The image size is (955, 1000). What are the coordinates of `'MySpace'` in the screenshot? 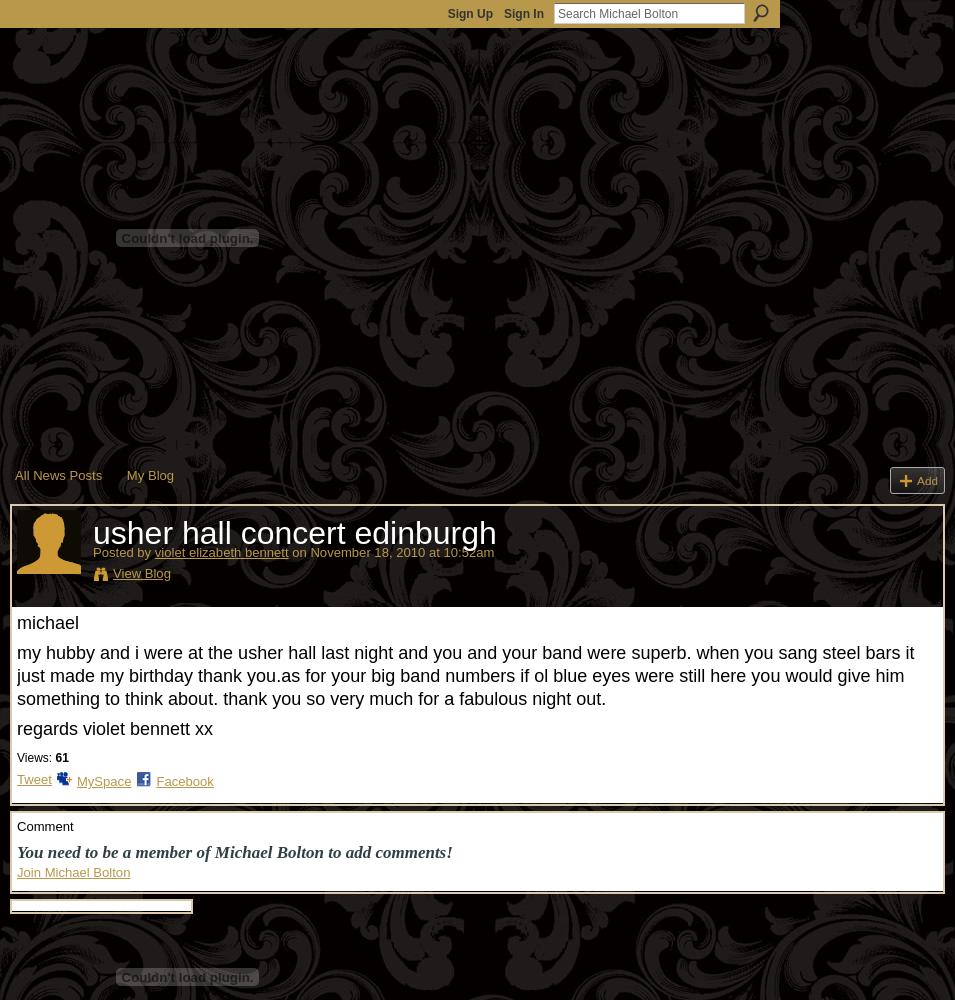 It's located at (102, 781).